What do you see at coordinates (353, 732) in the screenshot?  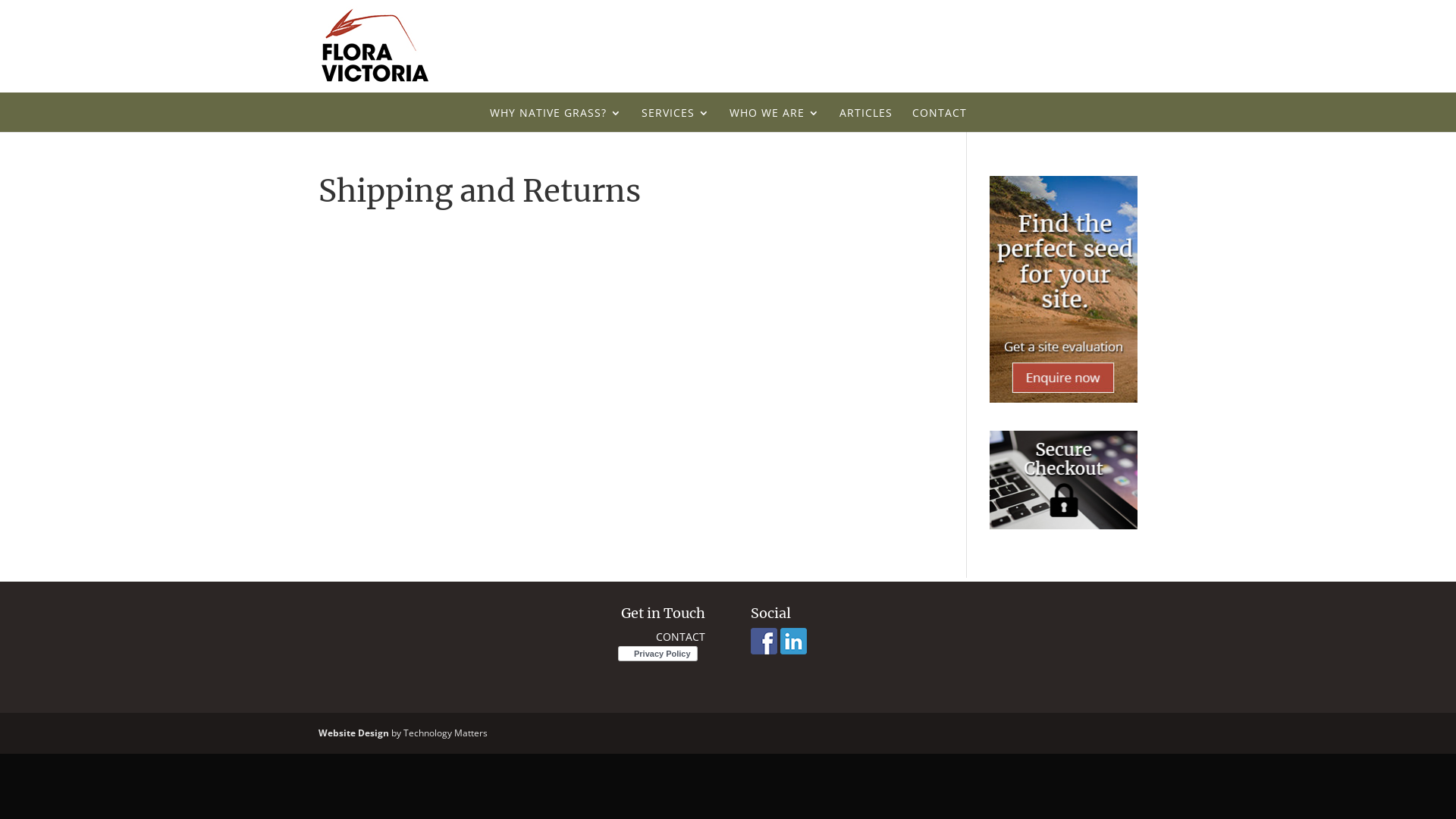 I see `'Website Design'` at bounding box center [353, 732].